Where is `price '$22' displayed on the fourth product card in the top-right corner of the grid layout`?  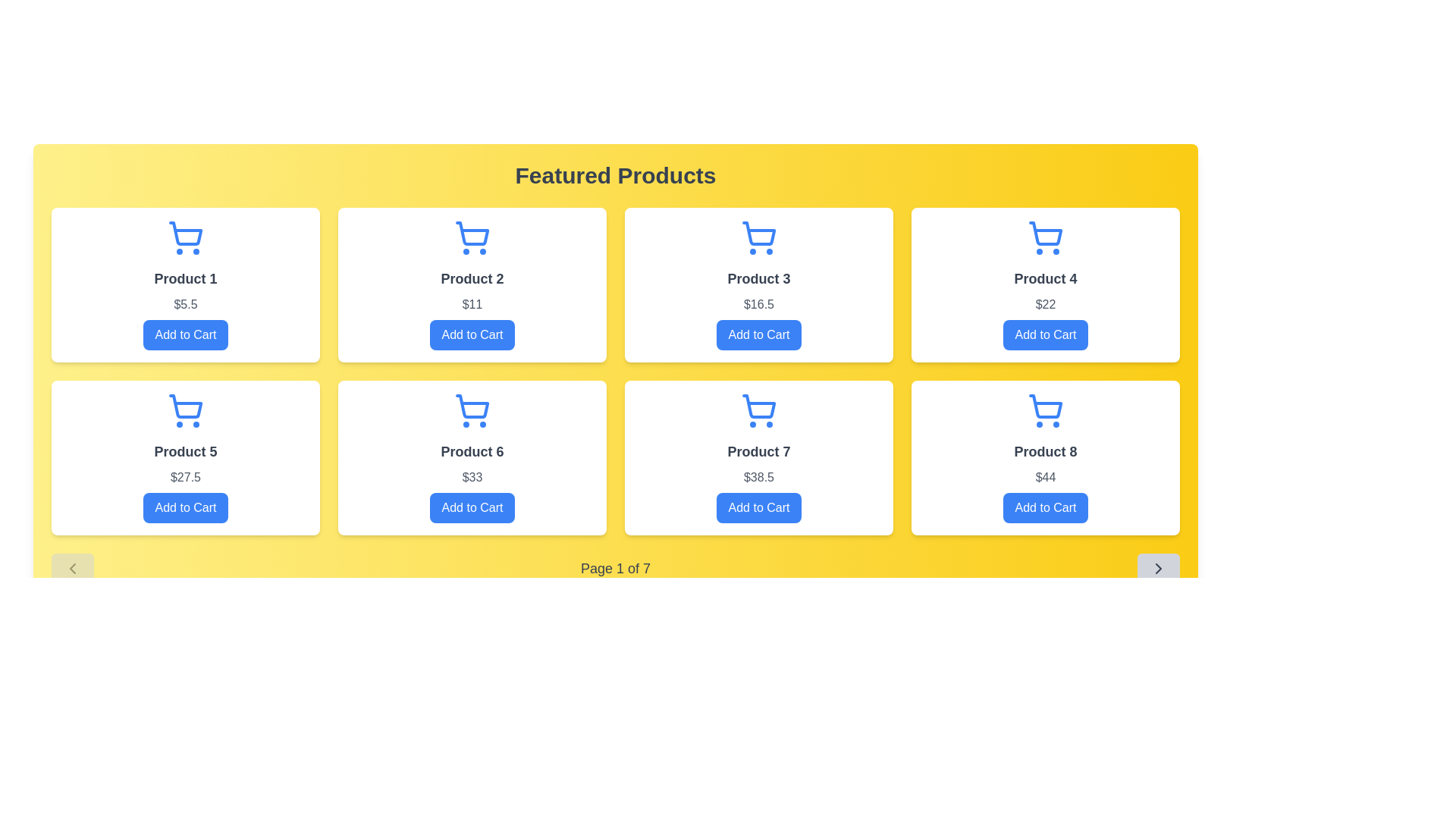
price '$22' displayed on the fourth product card in the top-right corner of the grid layout is located at coordinates (1044, 284).